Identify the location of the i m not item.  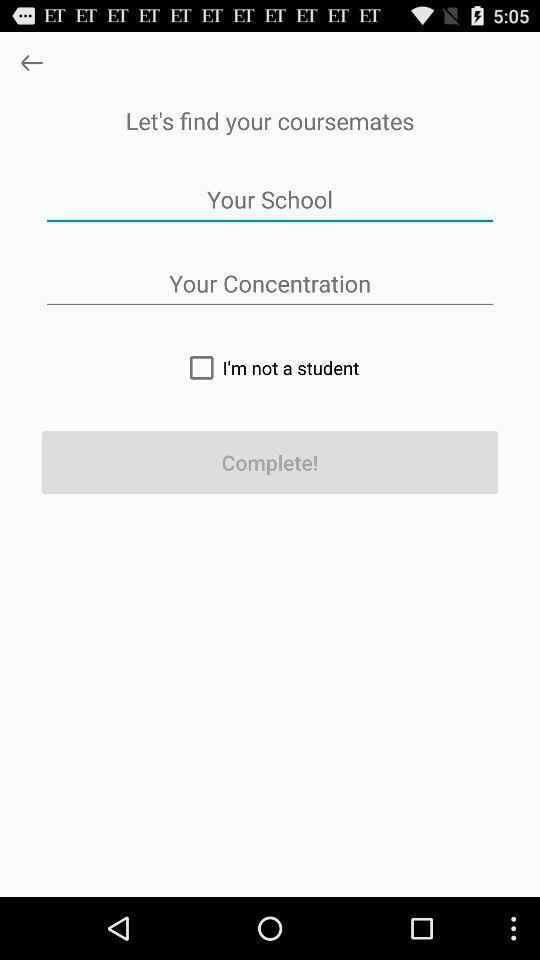
(270, 366).